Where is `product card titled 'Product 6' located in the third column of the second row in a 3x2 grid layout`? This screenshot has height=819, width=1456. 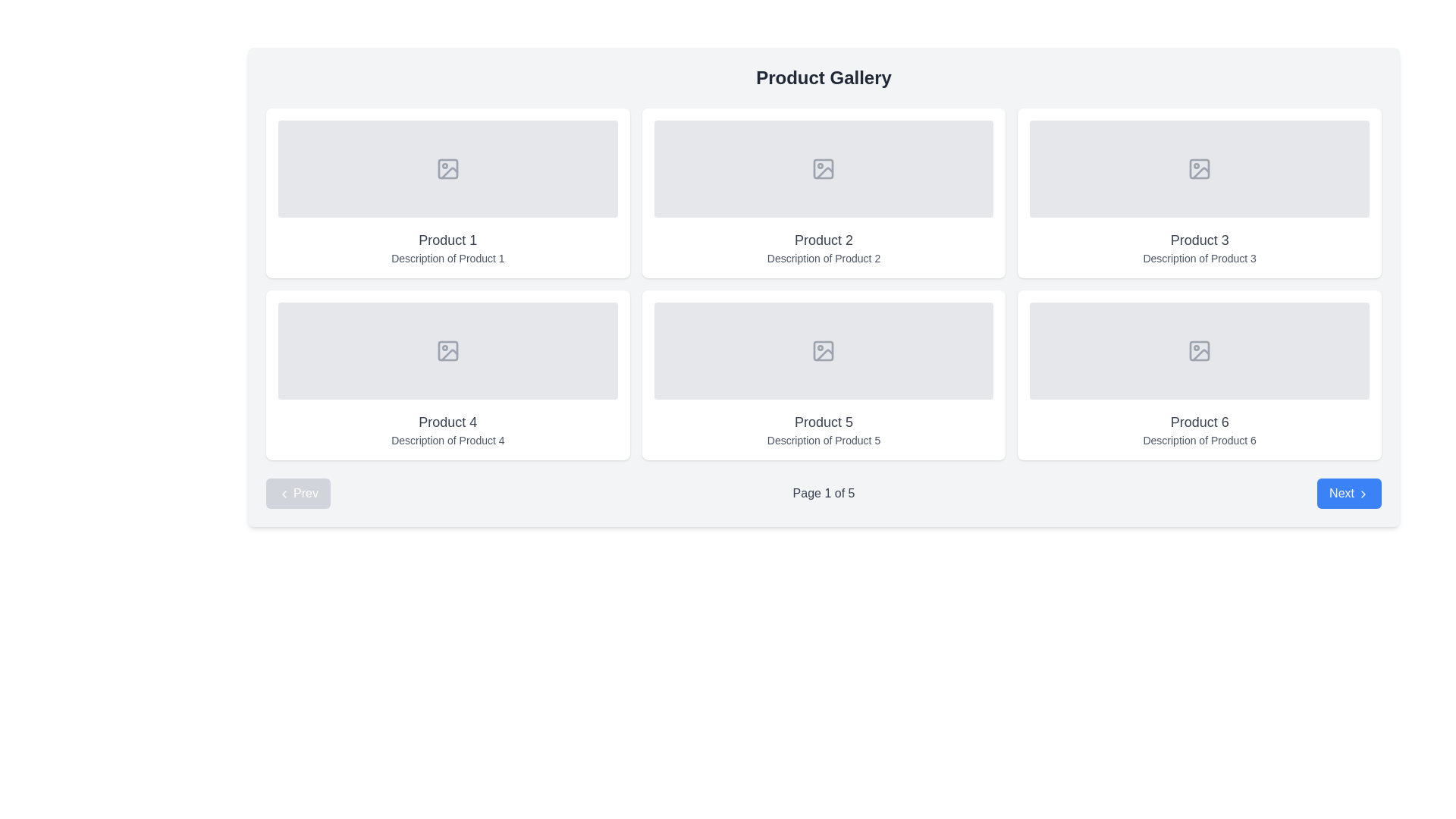 product card titled 'Product 6' located in the third column of the second row in a 3x2 grid layout is located at coordinates (1199, 375).